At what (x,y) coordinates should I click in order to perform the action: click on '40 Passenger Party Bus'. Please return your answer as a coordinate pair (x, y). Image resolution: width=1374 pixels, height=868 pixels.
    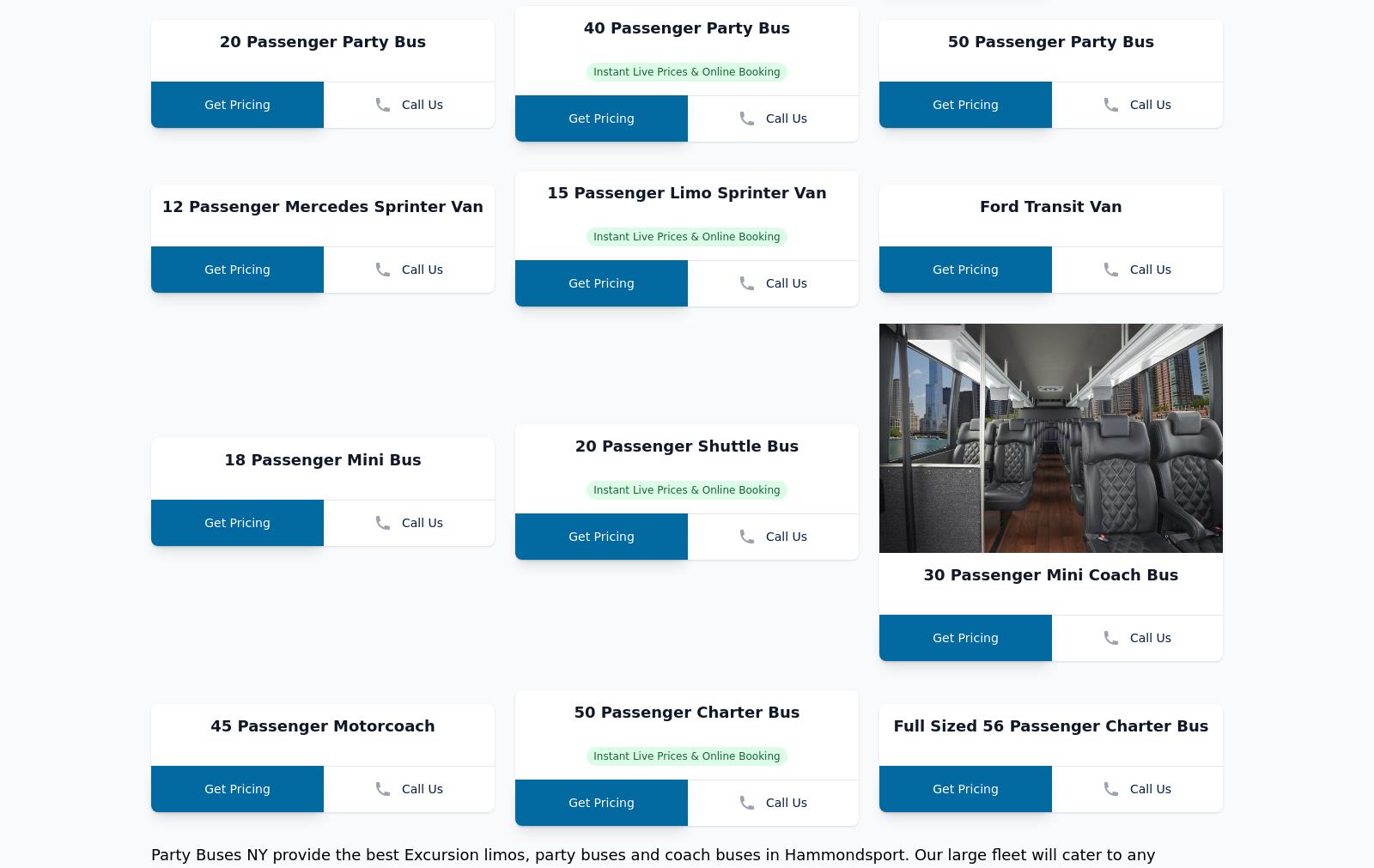
    Looking at the image, I should click on (686, 257).